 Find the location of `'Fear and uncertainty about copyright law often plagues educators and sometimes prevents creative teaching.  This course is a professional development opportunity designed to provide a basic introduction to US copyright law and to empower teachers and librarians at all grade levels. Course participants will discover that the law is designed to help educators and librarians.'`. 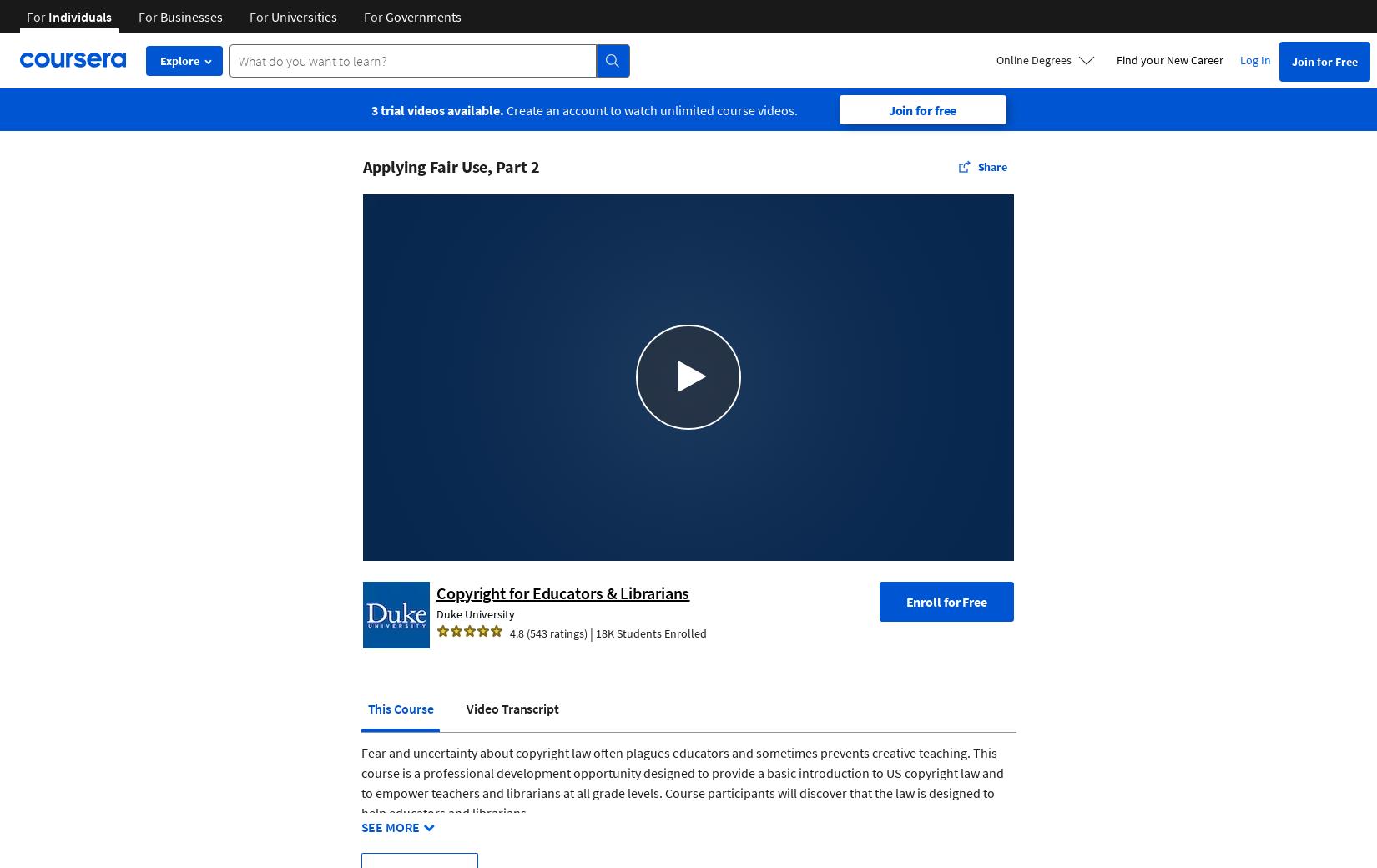

'Fear and uncertainty about copyright law often plagues educators and sometimes prevents creative teaching.  This course is a professional development opportunity designed to provide a basic introduction to US copyright law and to empower teachers and librarians at all grade levels. Course participants will discover that the law is designed to help educators and librarians.' is located at coordinates (681, 782).